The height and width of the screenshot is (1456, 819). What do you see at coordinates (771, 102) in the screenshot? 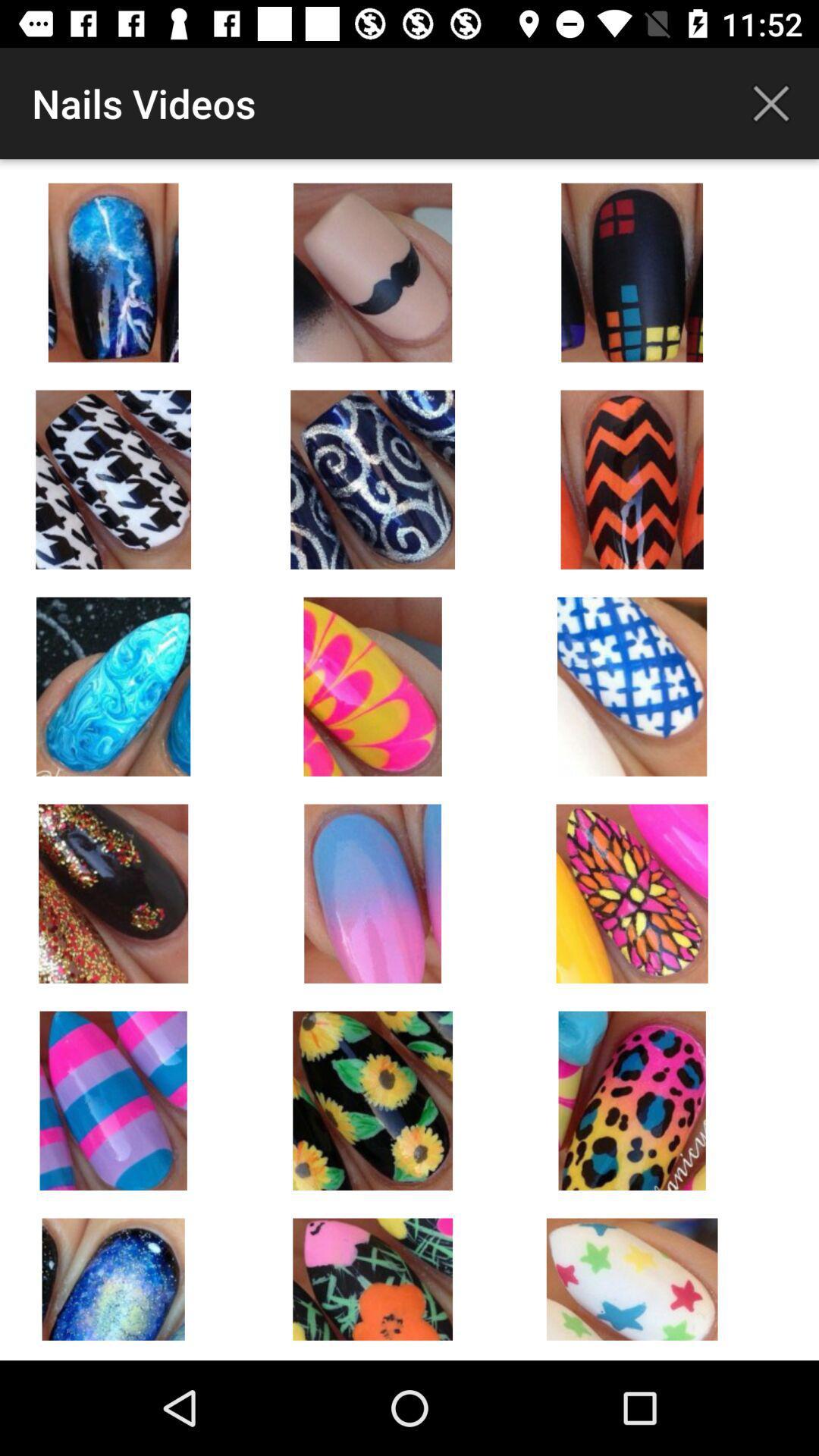
I see `search query` at bounding box center [771, 102].